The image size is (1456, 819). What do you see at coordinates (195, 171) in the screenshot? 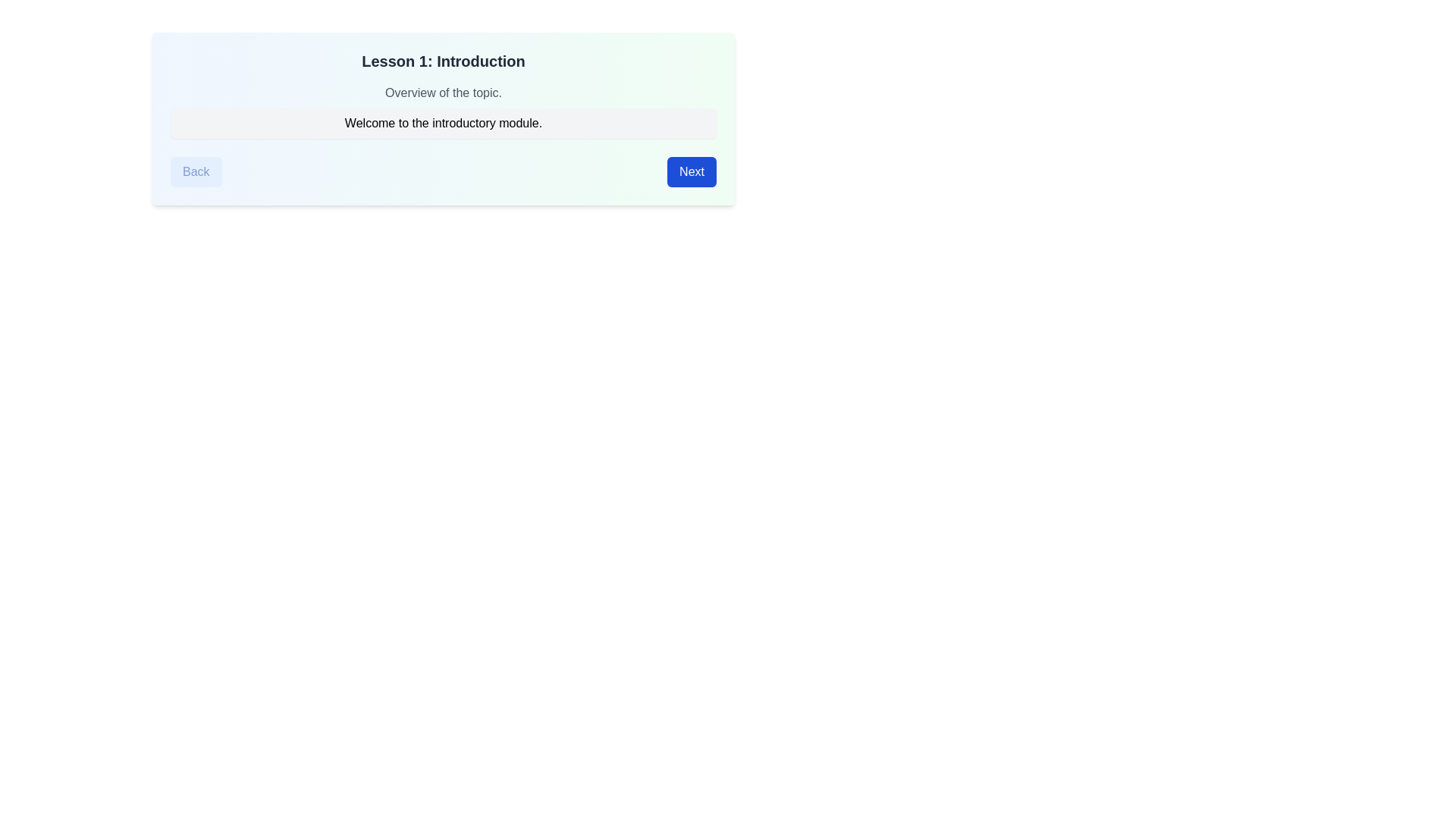
I see `the 'Back' button to navigate to the previous lesson` at bounding box center [195, 171].